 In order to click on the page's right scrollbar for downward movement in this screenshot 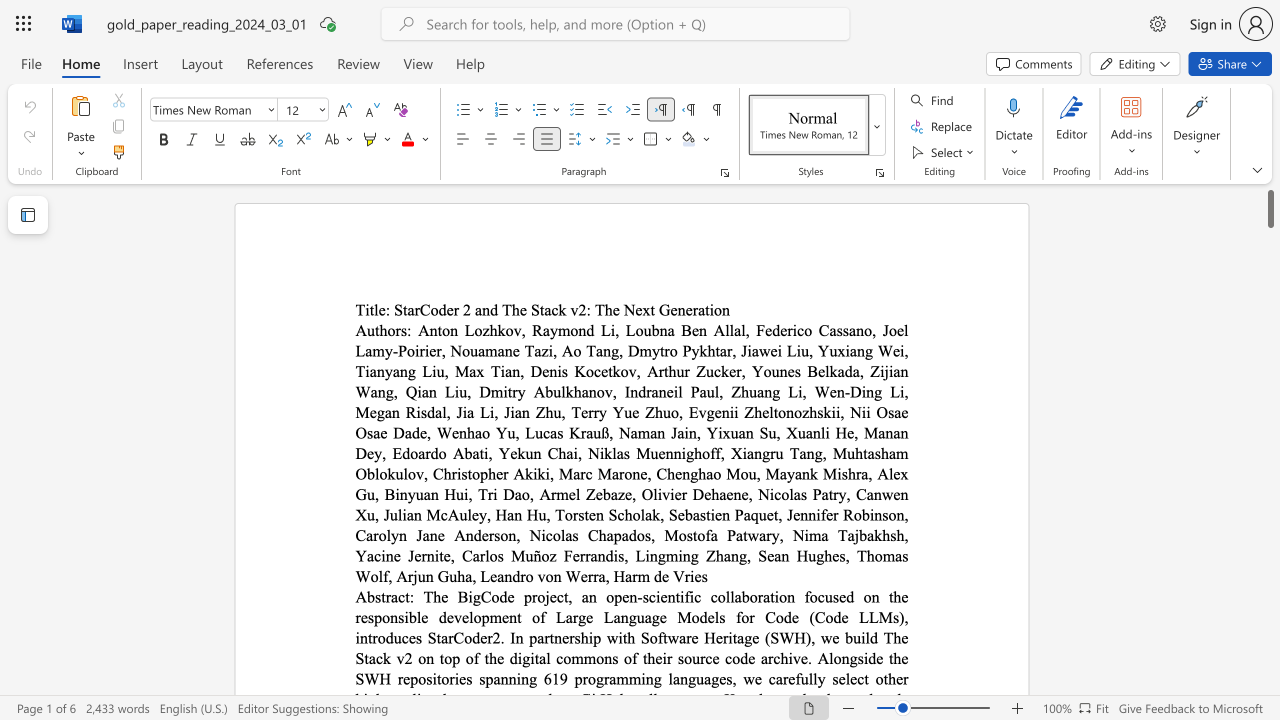, I will do `click(1269, 318)`.